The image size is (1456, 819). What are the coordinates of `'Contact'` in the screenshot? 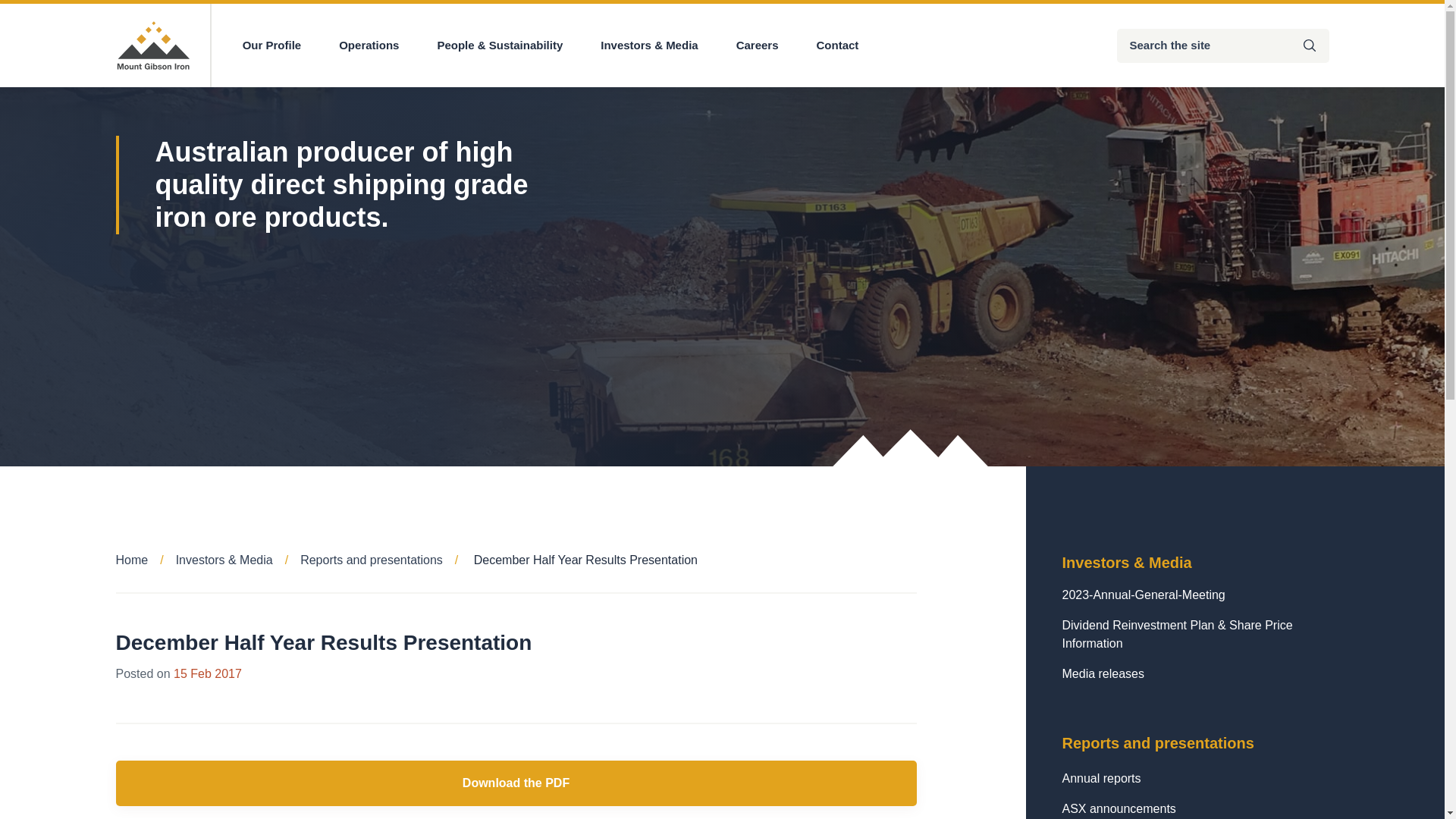 It's located at (815, 45).